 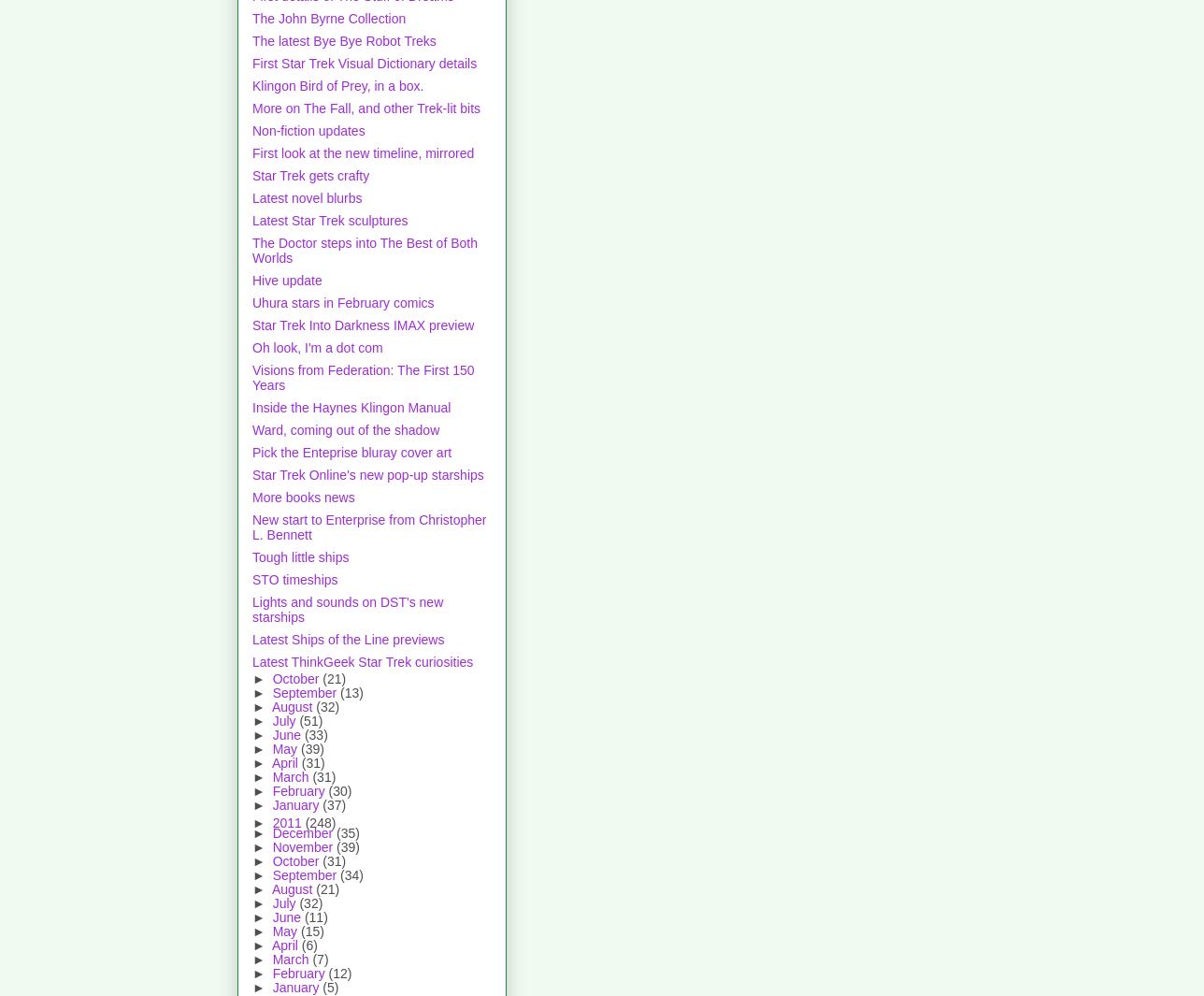 What do you see at coordinates (251, 219) in the screenshot?
I see `'Latest Star Trek sculptures'` at bounding box center [251, 219].